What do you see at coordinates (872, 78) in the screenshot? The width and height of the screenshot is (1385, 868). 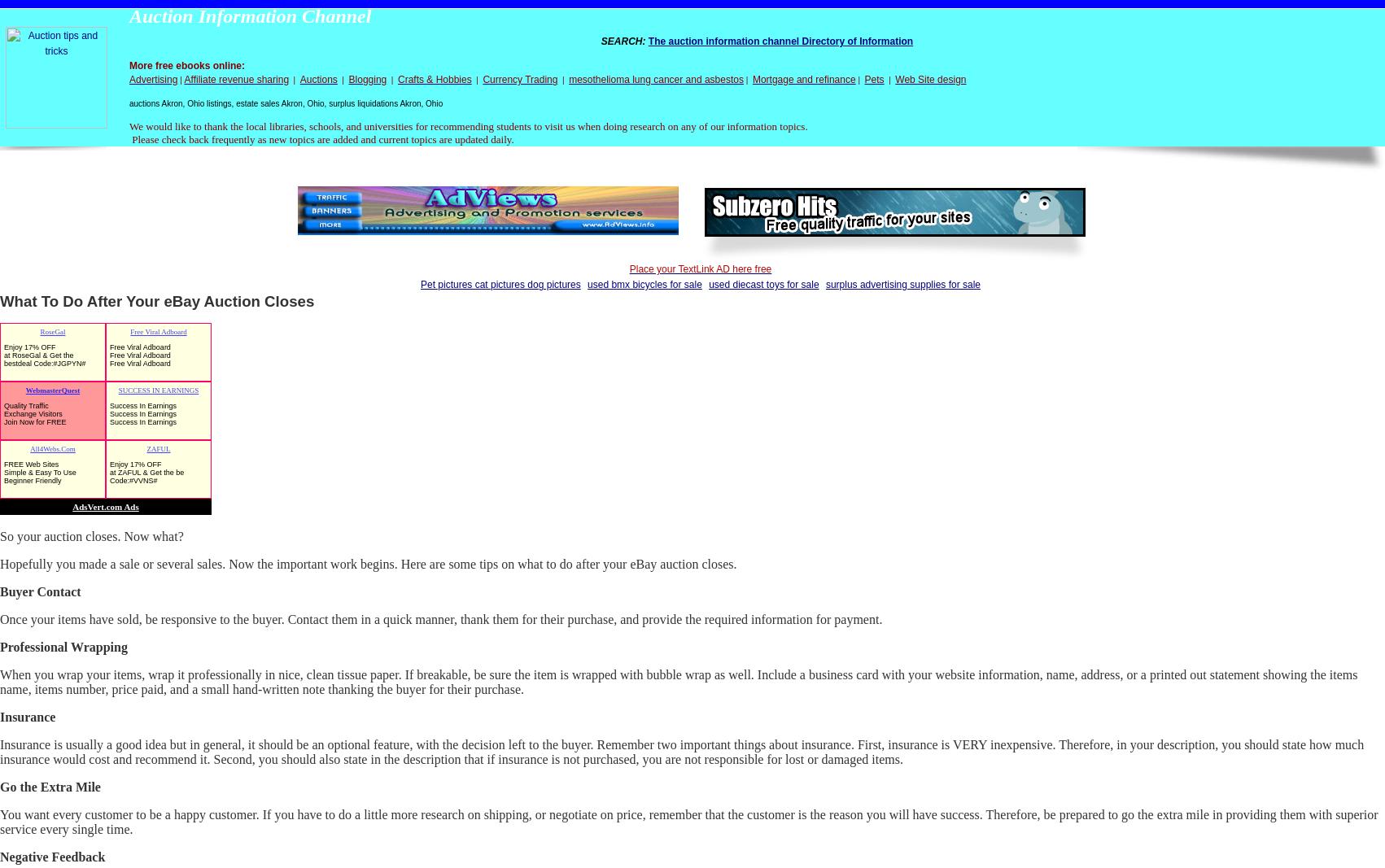 I see `'Pets'` at bounding box center [872, 78].